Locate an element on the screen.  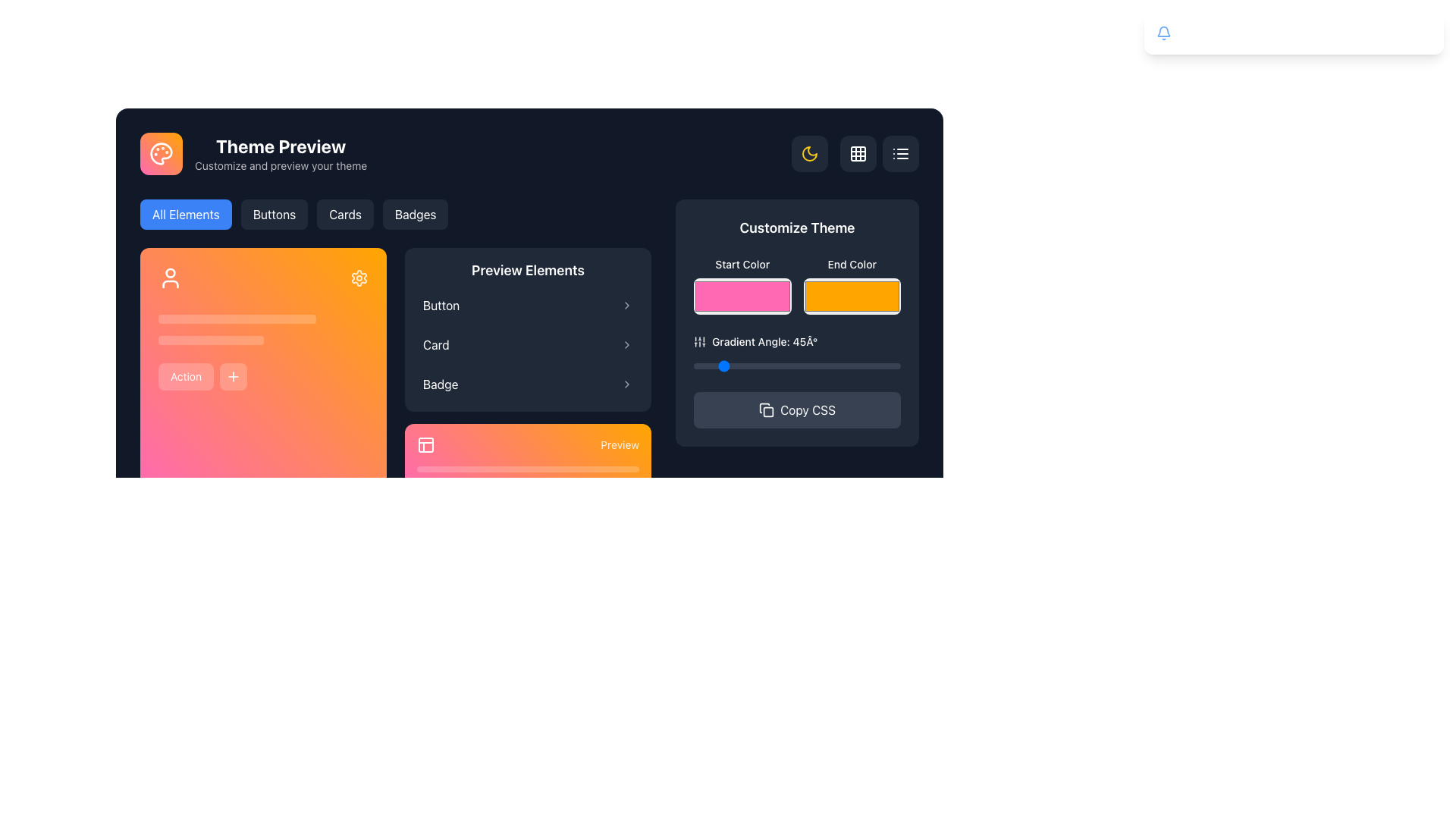
the thin horizontal Progress Bar or Divider located near the bottom center of the UI layout, which has rounded ends and a partially transparent white background is located at coordinates (528, 468).